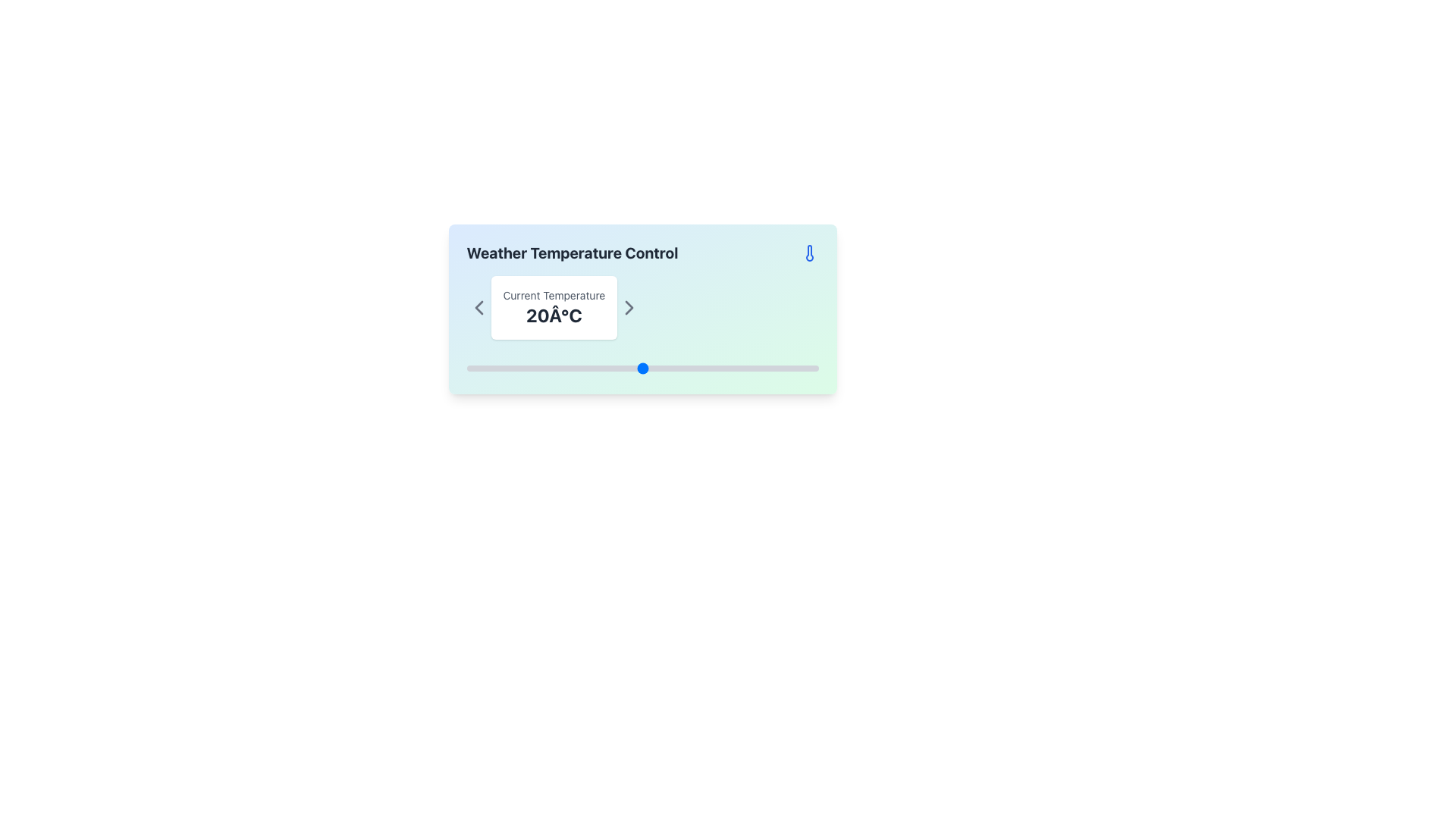  Describe the element at coordinates (642, 369) in the screenshot. I see `temperature` at that location.